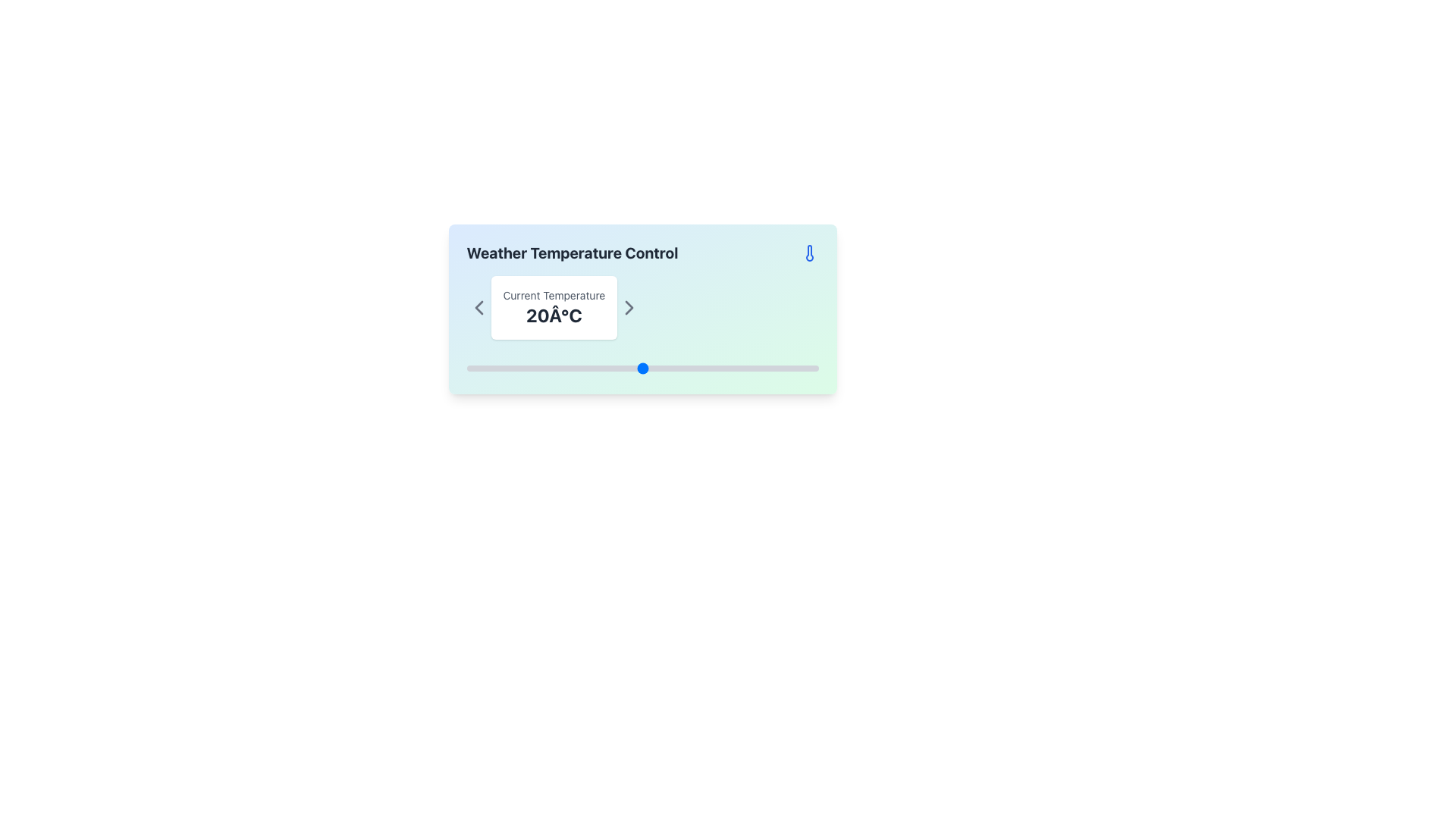  Describe the element at coordinates (642, 369) in the screenshot. I see `temperature` at that location.